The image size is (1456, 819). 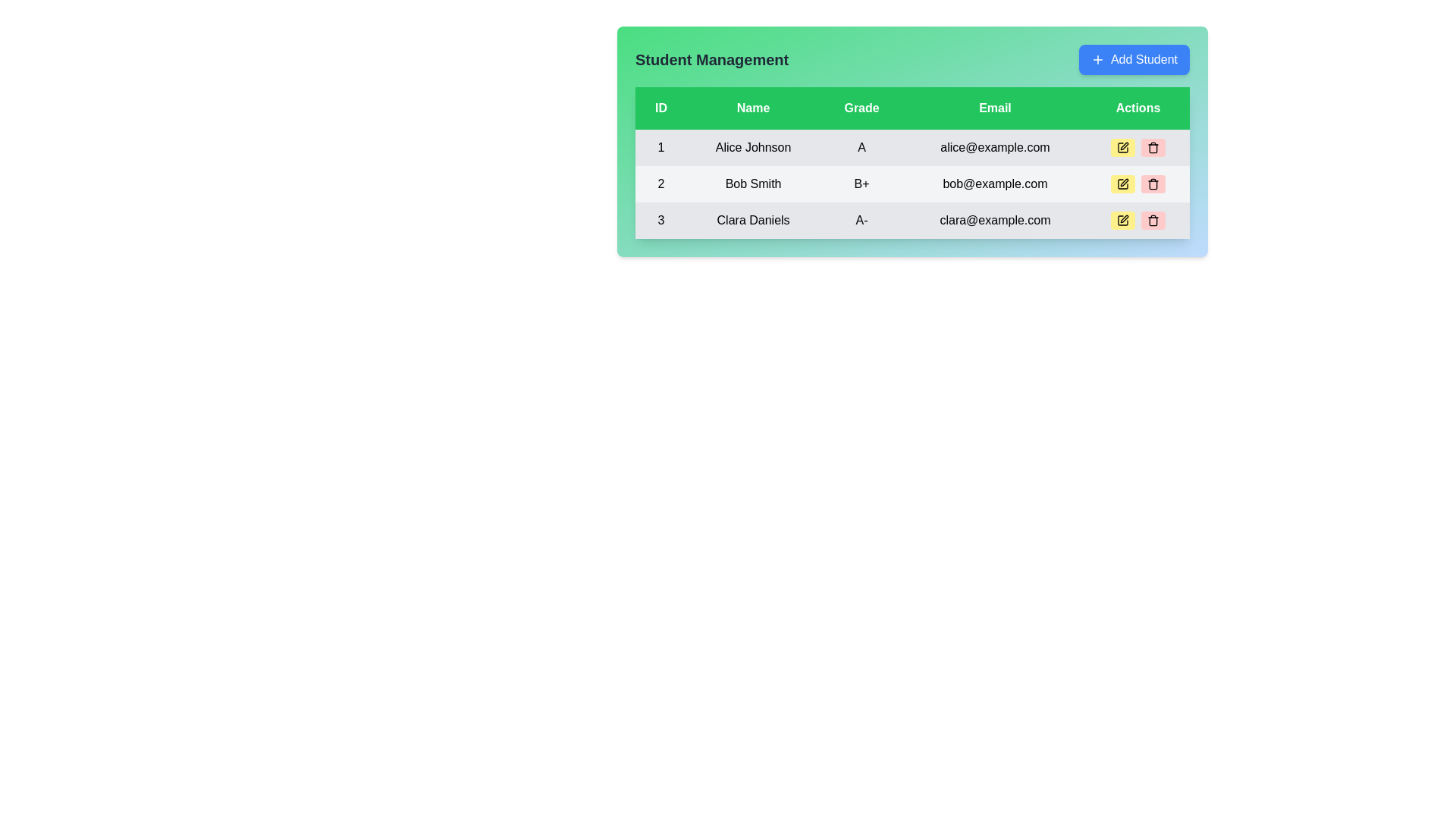 What do you see at coordinates (995, 220) in the screenshot?
I see `email address displayed in the text element showing 'clara@example.com' located in the fourth column of the third row of a table` at bounding box center [995, 220].